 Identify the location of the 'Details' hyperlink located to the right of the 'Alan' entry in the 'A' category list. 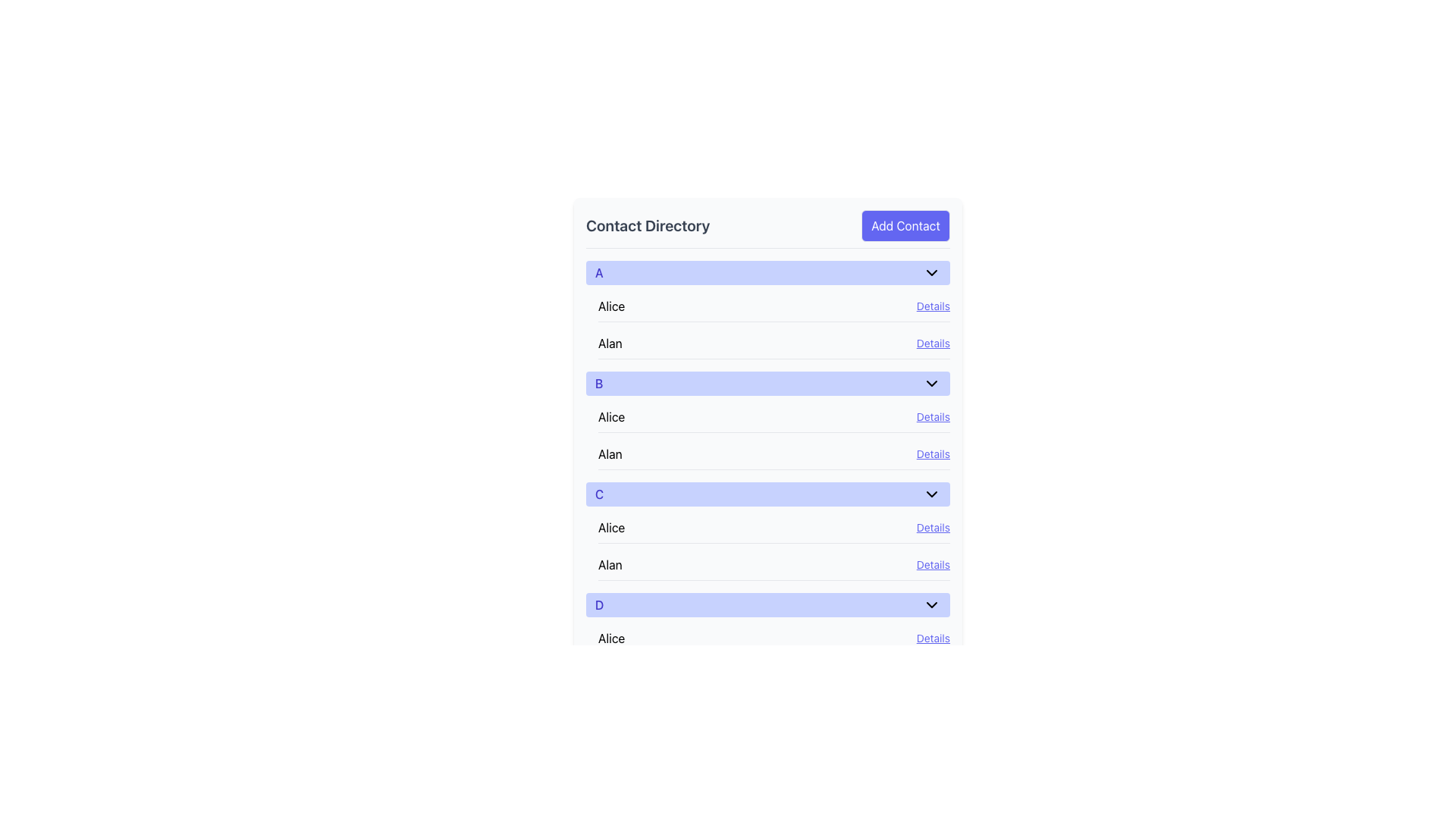
(932, 343).